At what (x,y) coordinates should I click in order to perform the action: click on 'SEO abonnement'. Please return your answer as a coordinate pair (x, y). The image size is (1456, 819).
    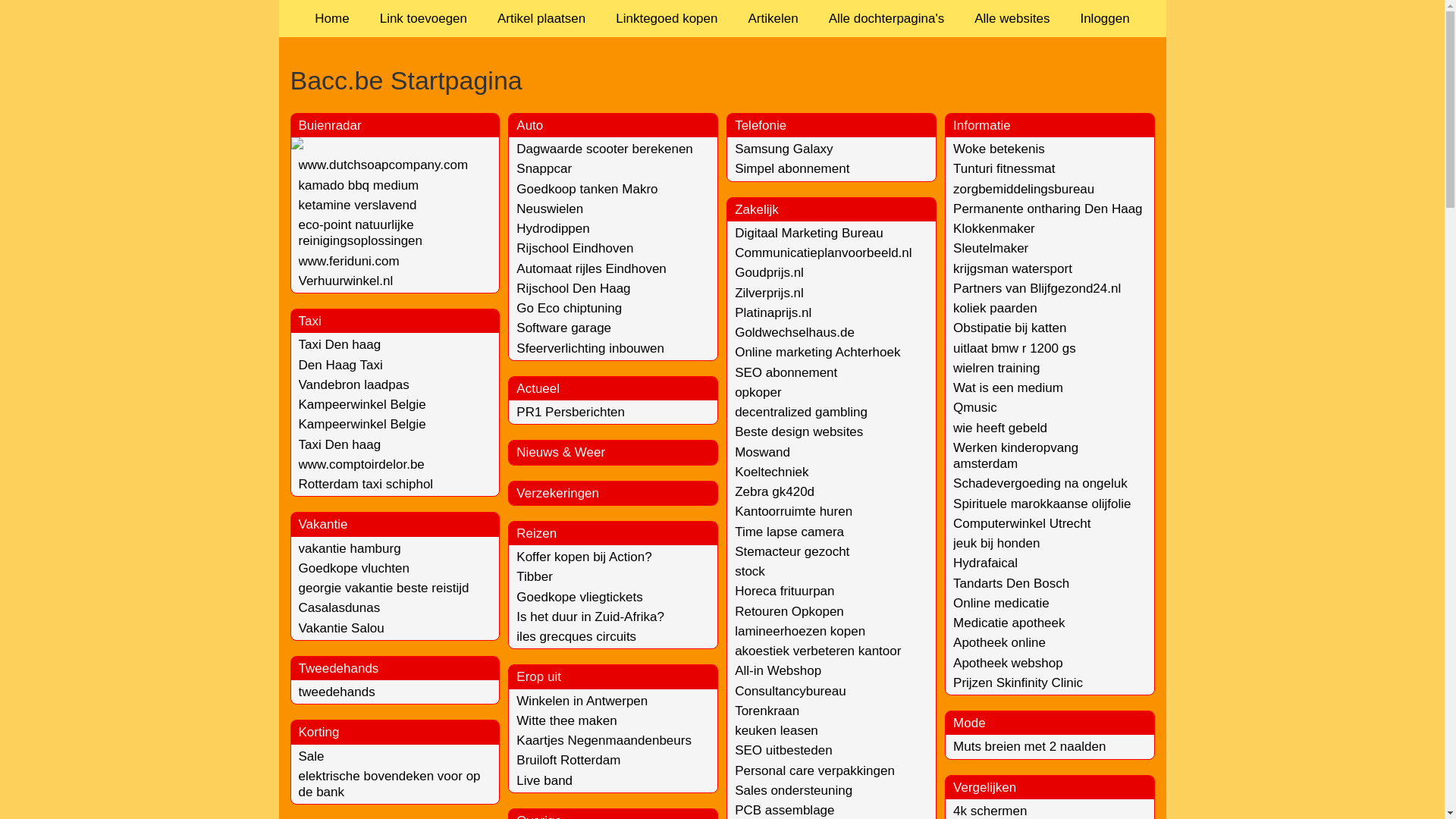
    Looking at the image, I should click on (786, 372).